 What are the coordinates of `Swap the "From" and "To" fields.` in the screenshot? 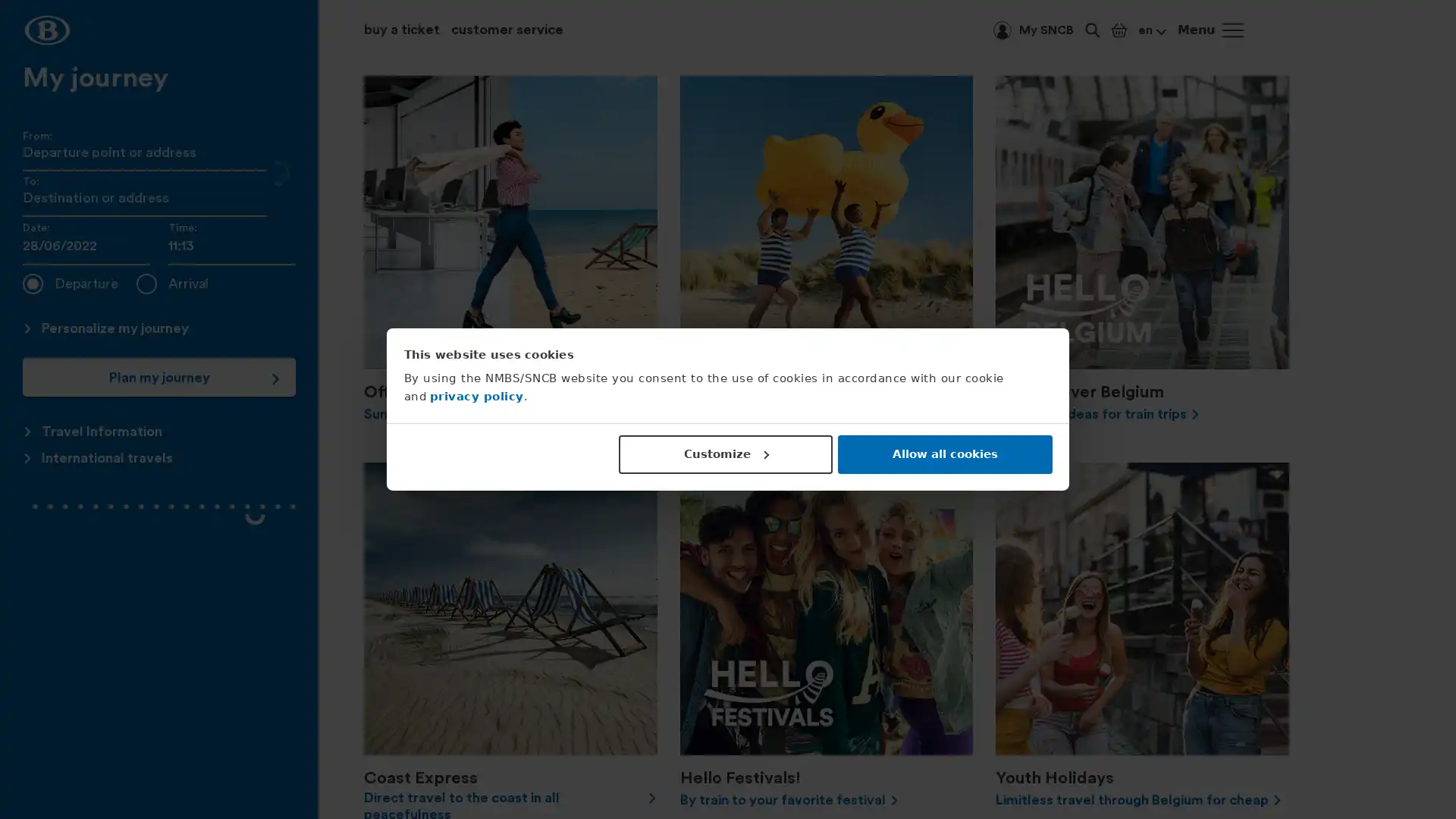 It's located at (281, 171).